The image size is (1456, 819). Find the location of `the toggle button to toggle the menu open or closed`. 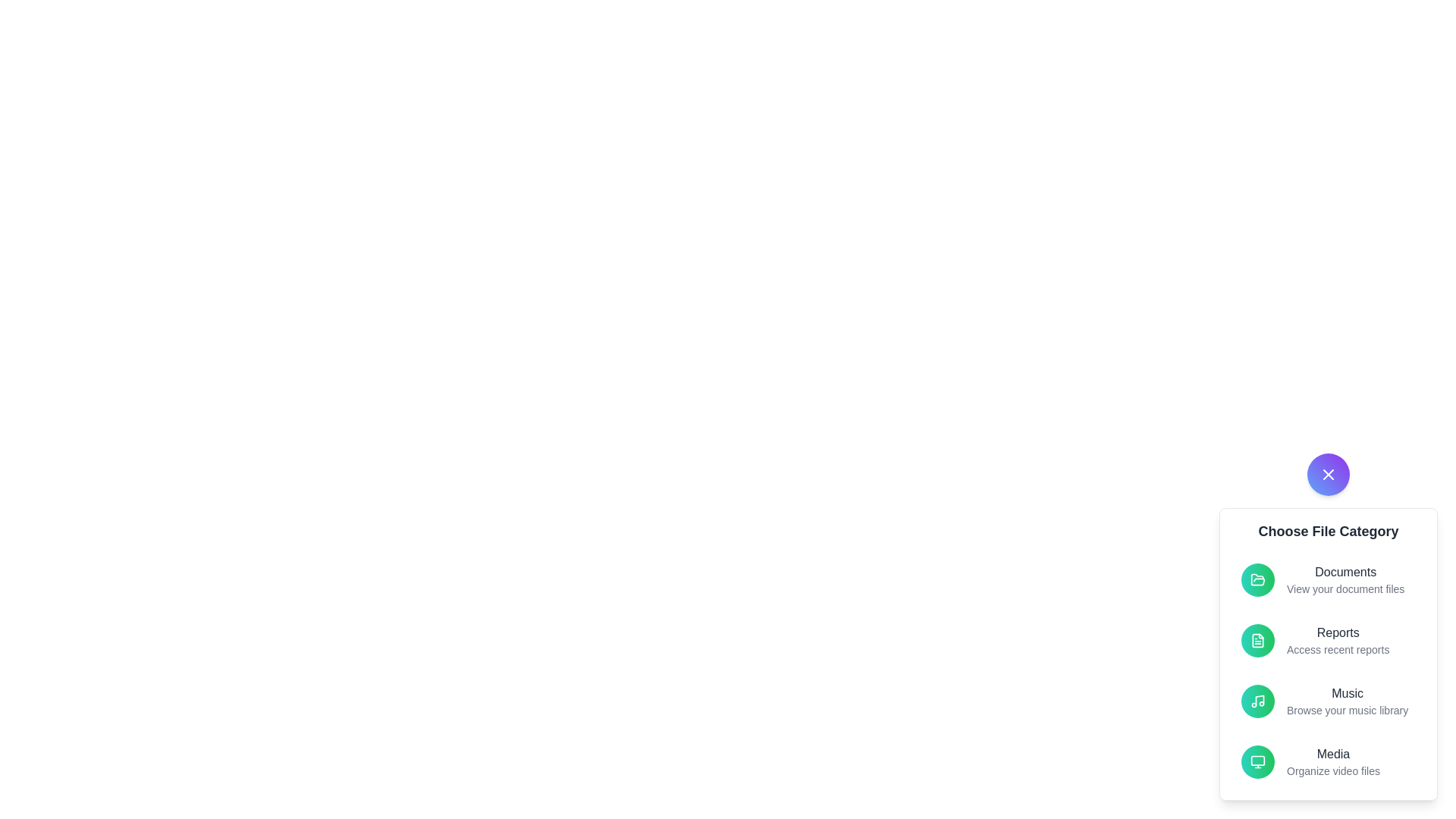

the toggle button to toggle the menu open or closed is located at coordinates (1328, 473).